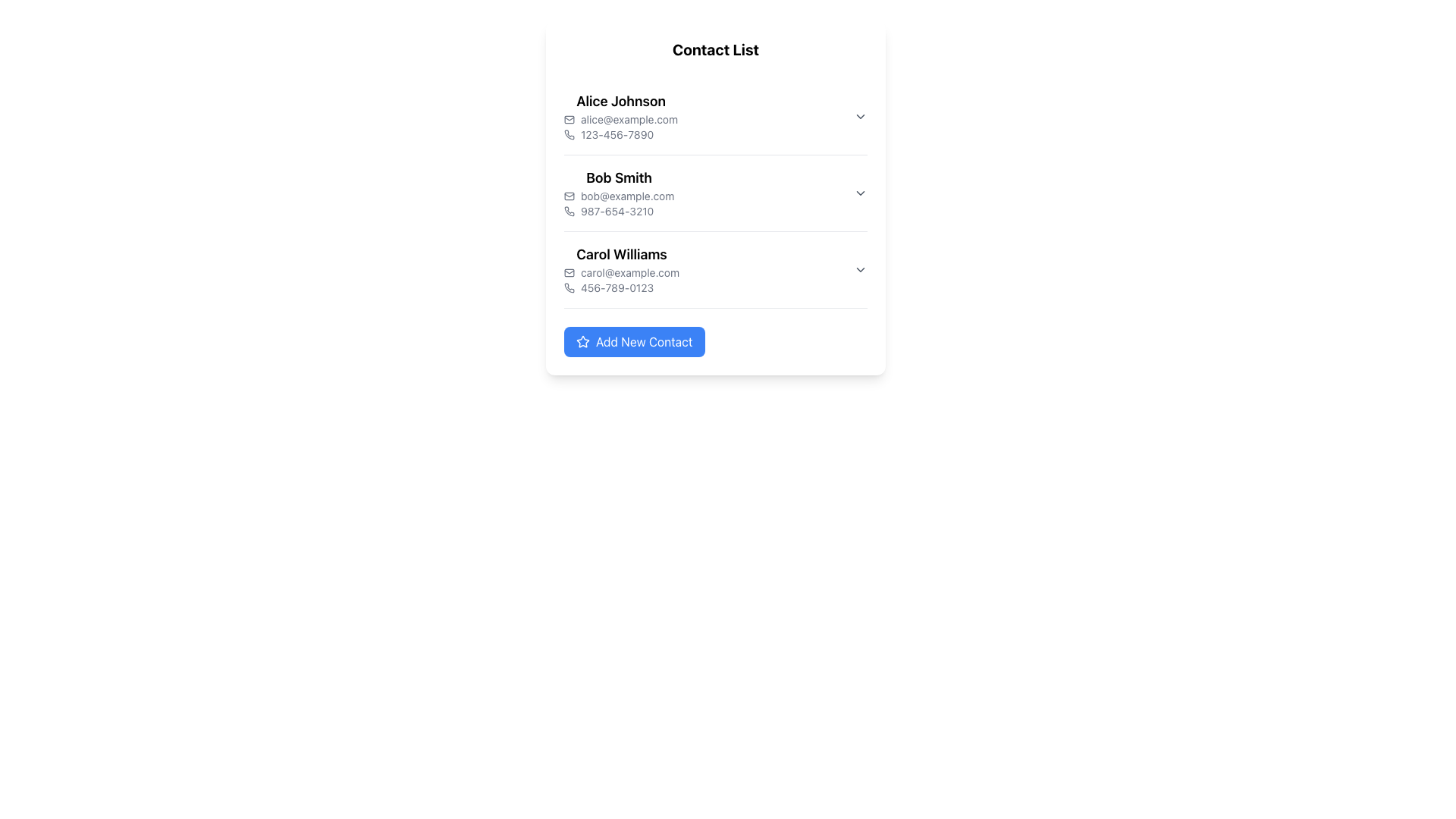 The image size is (1456, 819). What do you see at coordinates (621, 116) in the screenshot?
I see `on the name 'Alice Johnson' in the Contact information section` at bounding box center [621, 116].